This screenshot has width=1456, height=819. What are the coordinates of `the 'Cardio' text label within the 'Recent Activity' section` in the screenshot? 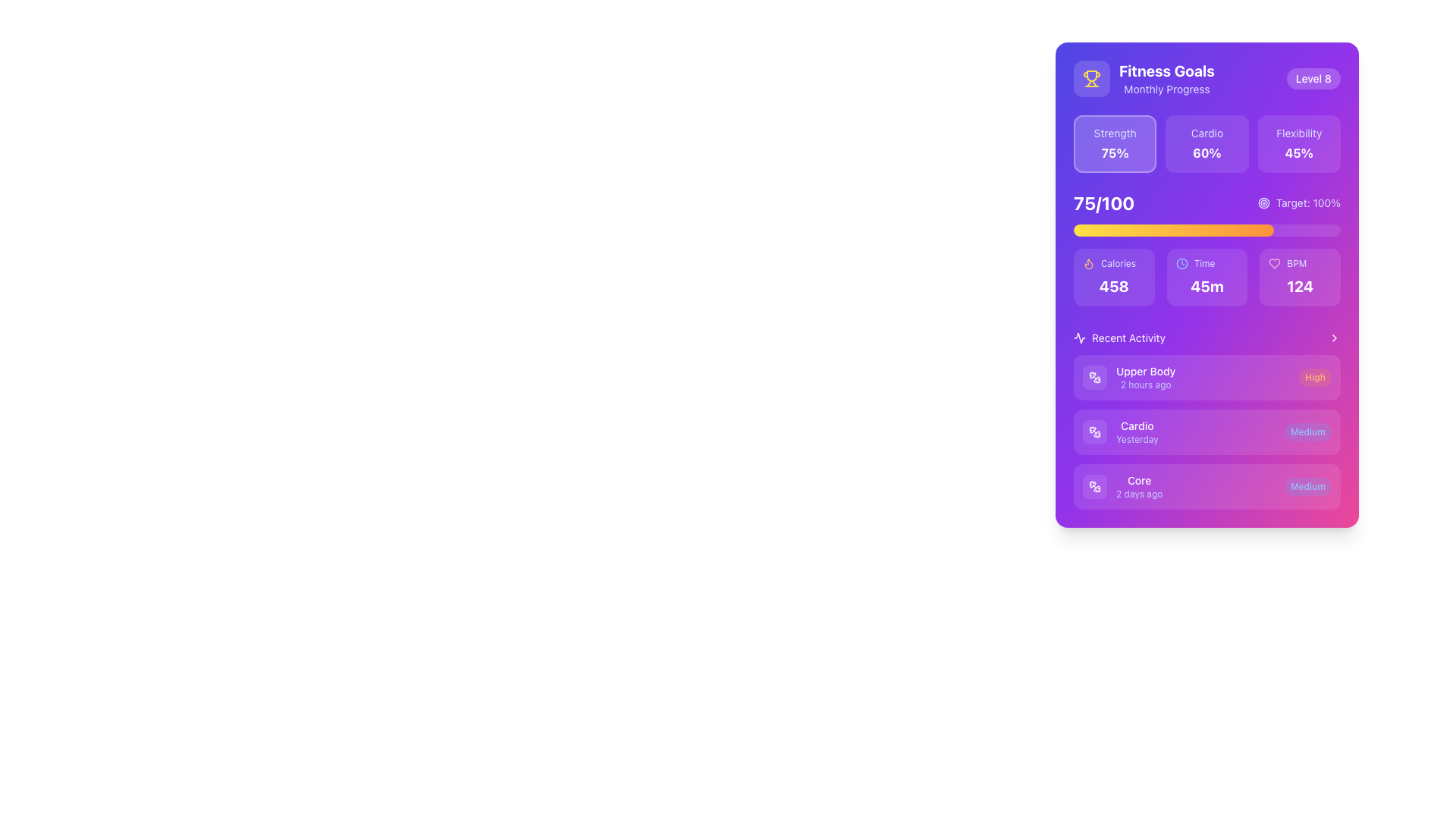 It's located at (1137, 432).